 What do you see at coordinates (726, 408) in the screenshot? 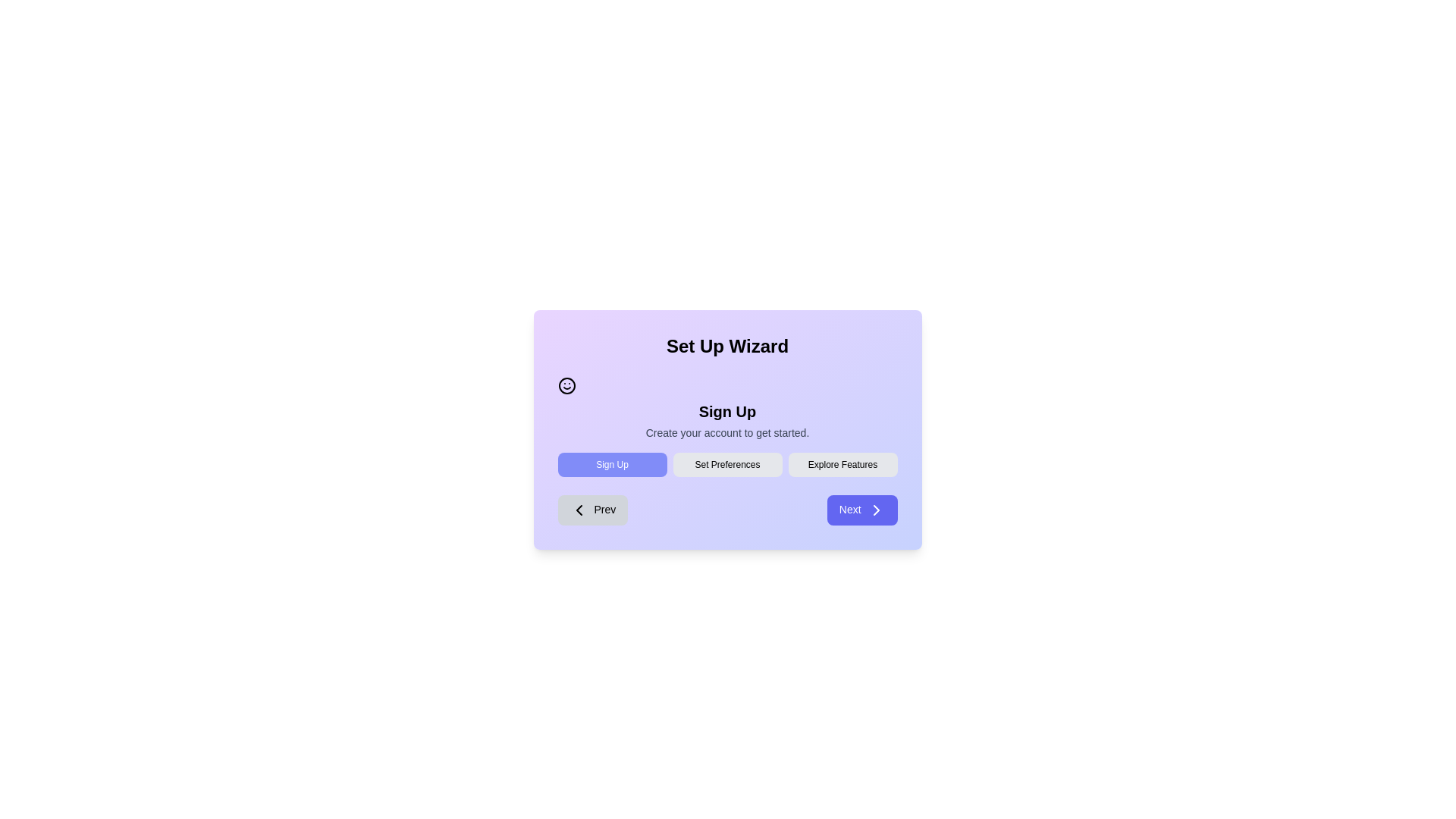
I see `the section containing the smiley face icon and the centered title 'Sign Up' to proceed with related buttons below it` at bounding box center [726, 408].